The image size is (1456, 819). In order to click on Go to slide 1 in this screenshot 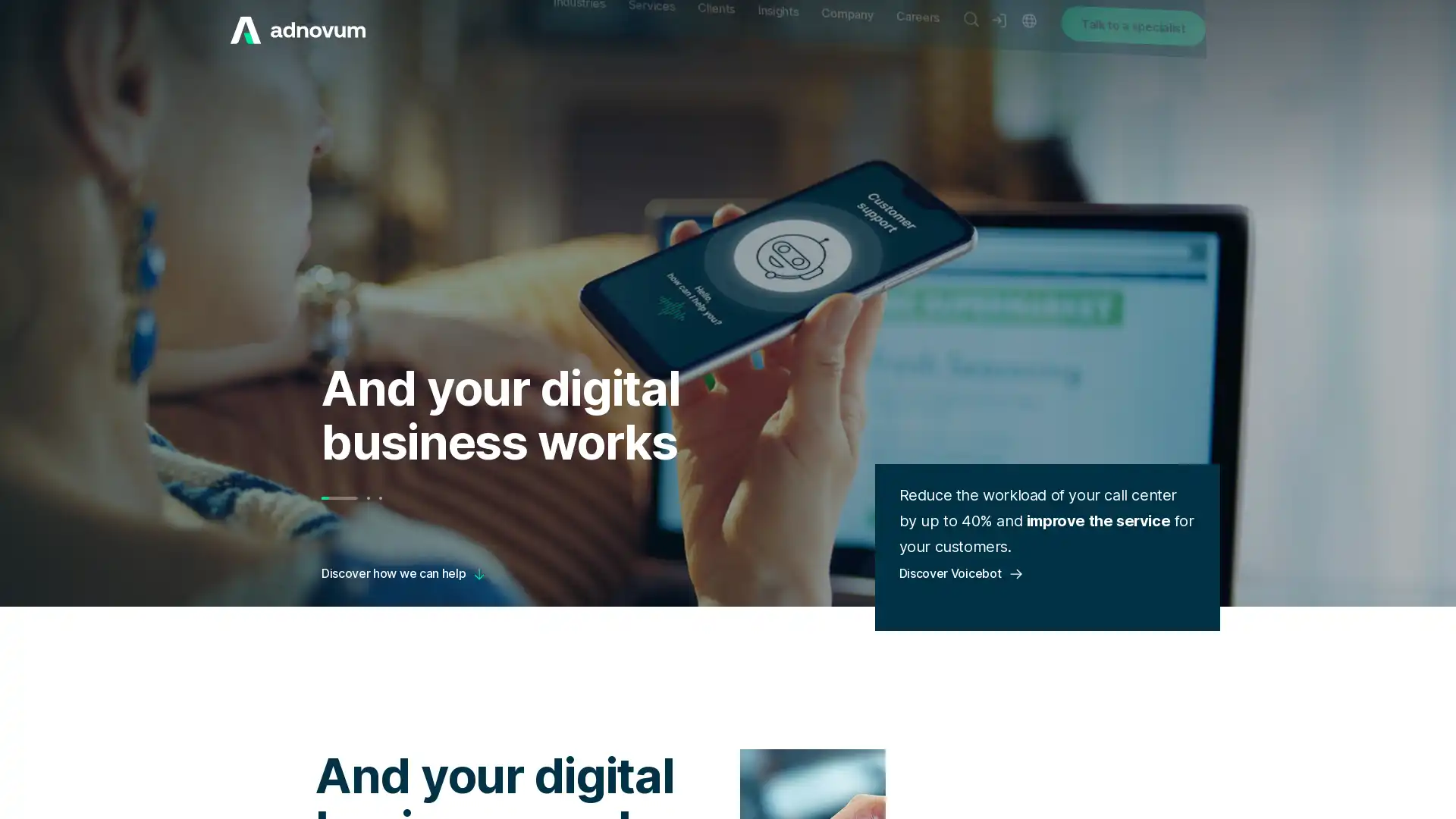, I will do `click(322, 497)`.